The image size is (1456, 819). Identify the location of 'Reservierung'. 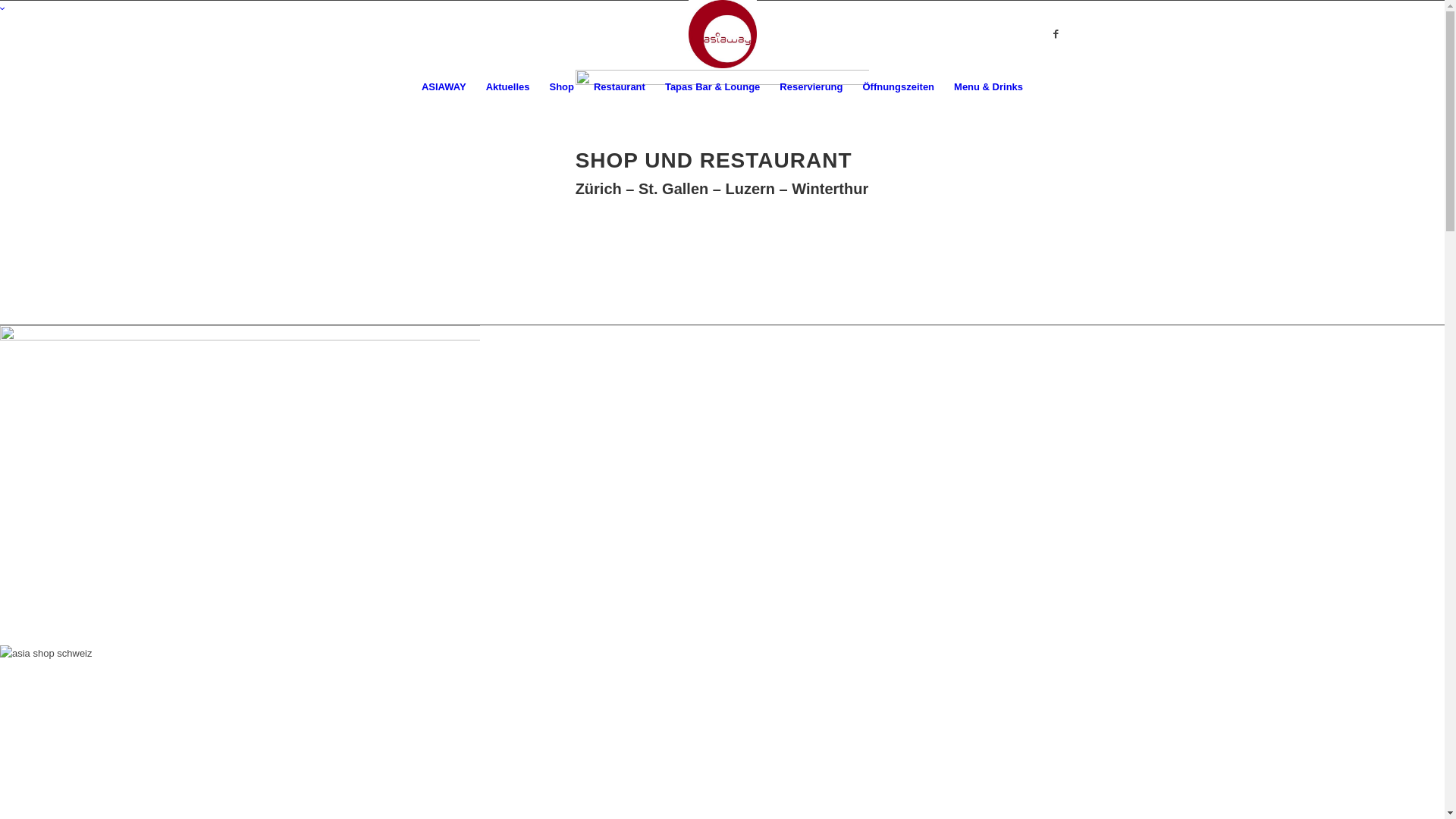
(810, 87).